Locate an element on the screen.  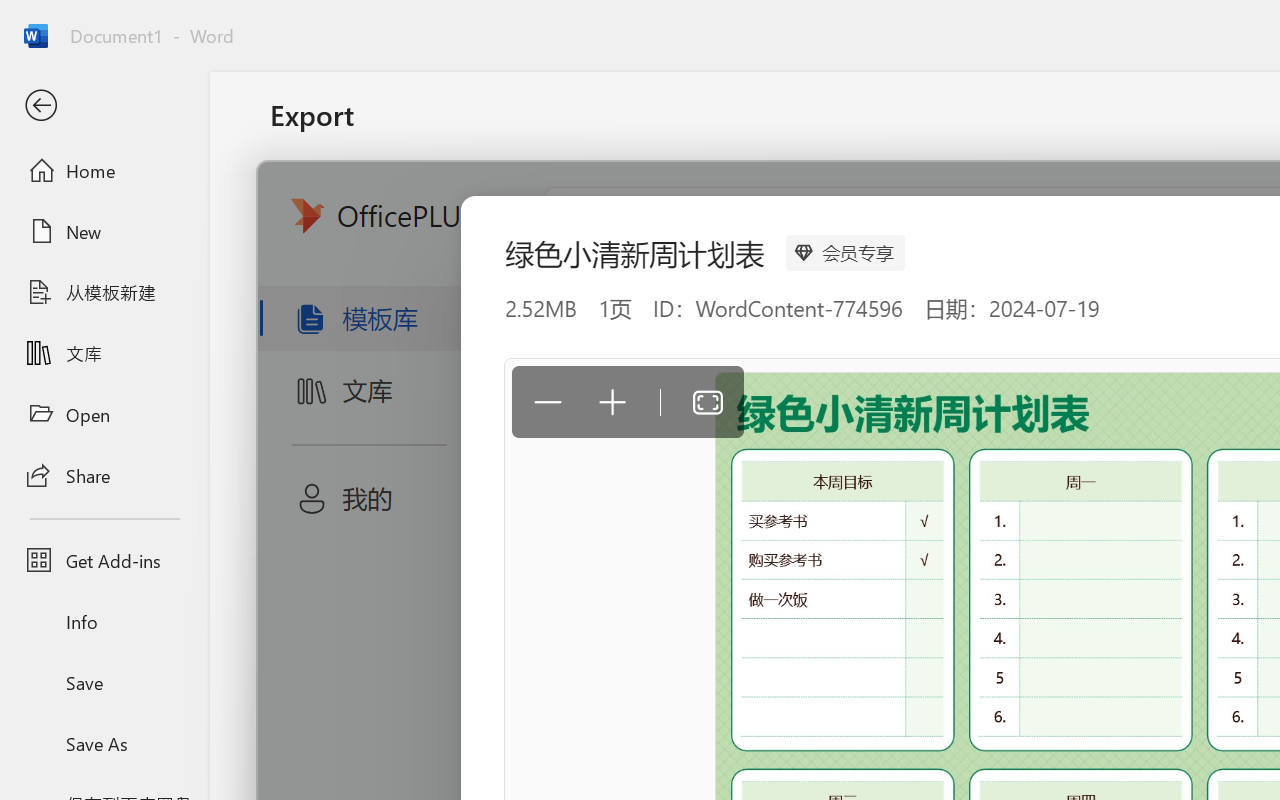
'Save As' is located at coordinates (103, 743).